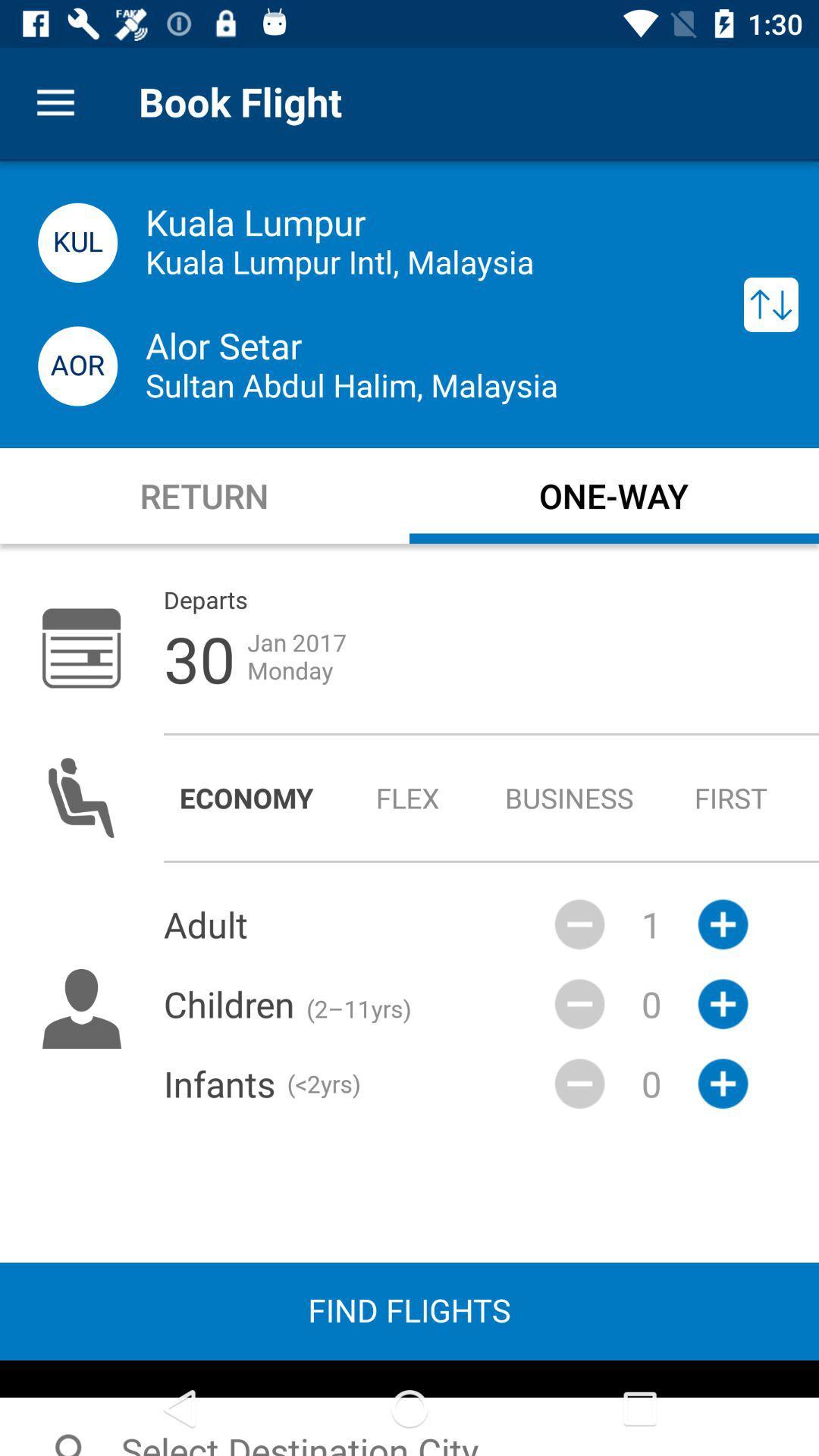 This screenshot has width=819, height=1456. I want to click on the first icon which is beside the 0, so click(579, 1004).